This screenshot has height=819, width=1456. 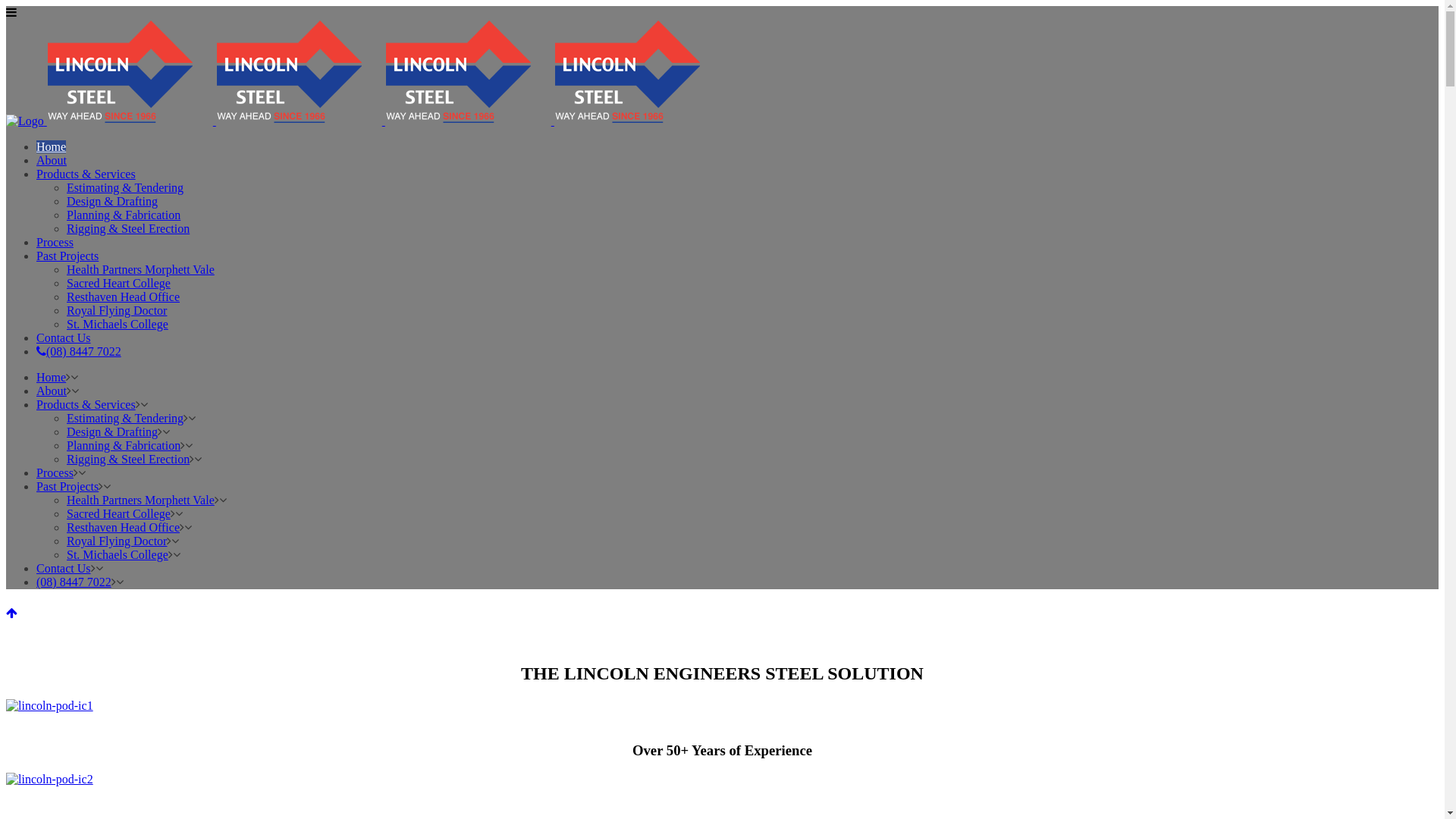 What do you see at coordinates (124, 444) in the screenshot?
I see `'Planning & Fabrication'` at bounding box center [124, 444].